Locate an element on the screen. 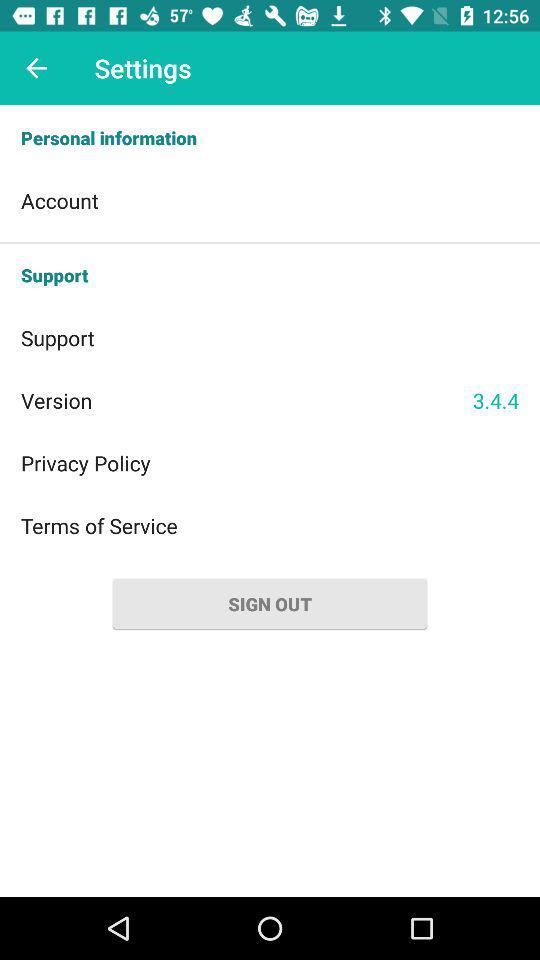 The image size is (540, 960). personal information is located at coordinates (270, 137).